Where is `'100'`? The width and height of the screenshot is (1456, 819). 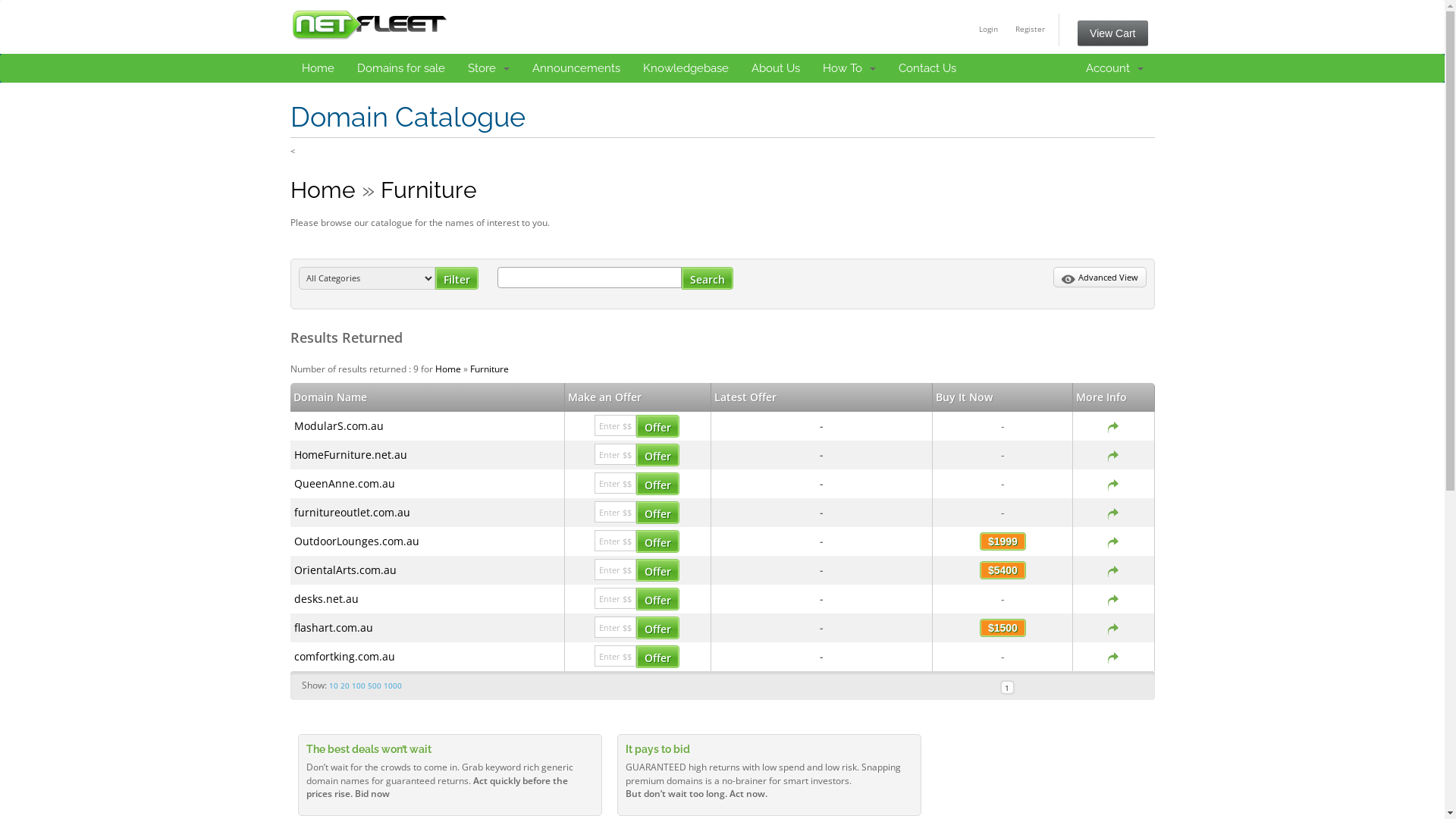 '100' is located at coordinates (358, 685).